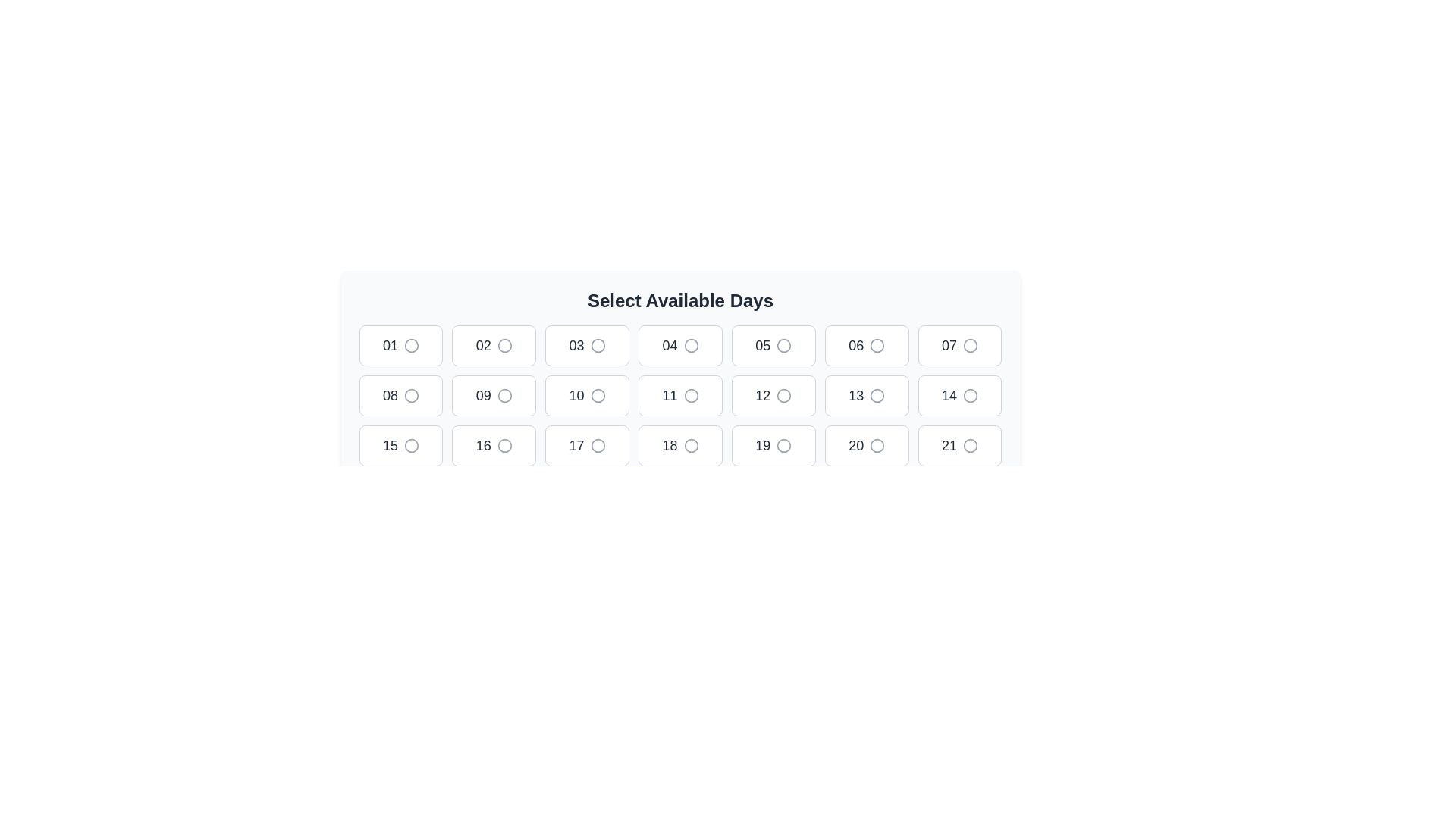 The height and width of the screenshot is (819, 1456). I want to click on the unselected radio button indicator located inside the button labeled '06' in the third column of the first row within a grid of selectable items, so click(877, 345).